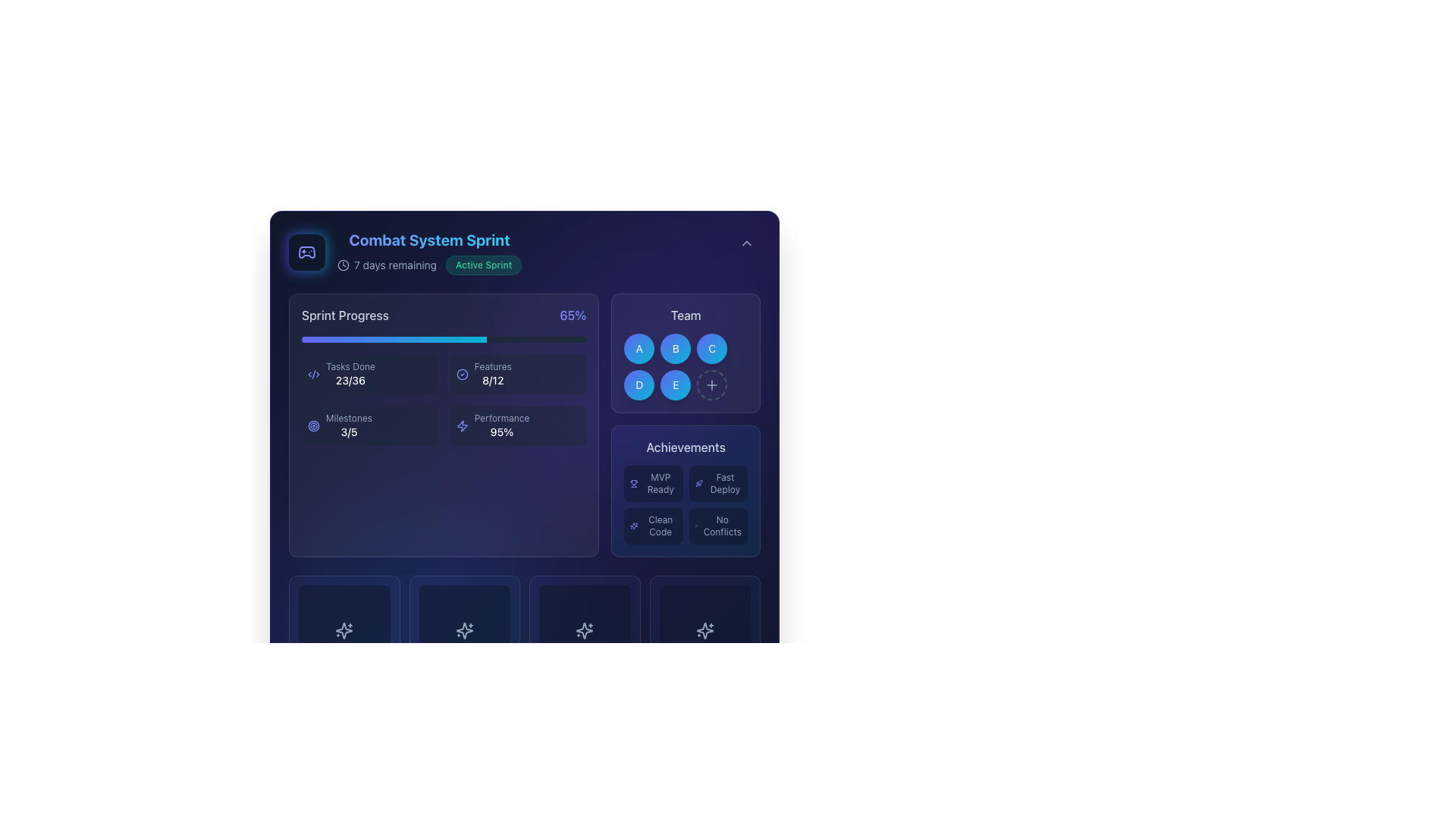 The image size is (1456, 819). Describe the element at coordinates (675, 348) in the screenshot. I see `the circular button with the white text 'B' that is part of the 'Team' group, located between buttons 'A' and 'C'` at that location.